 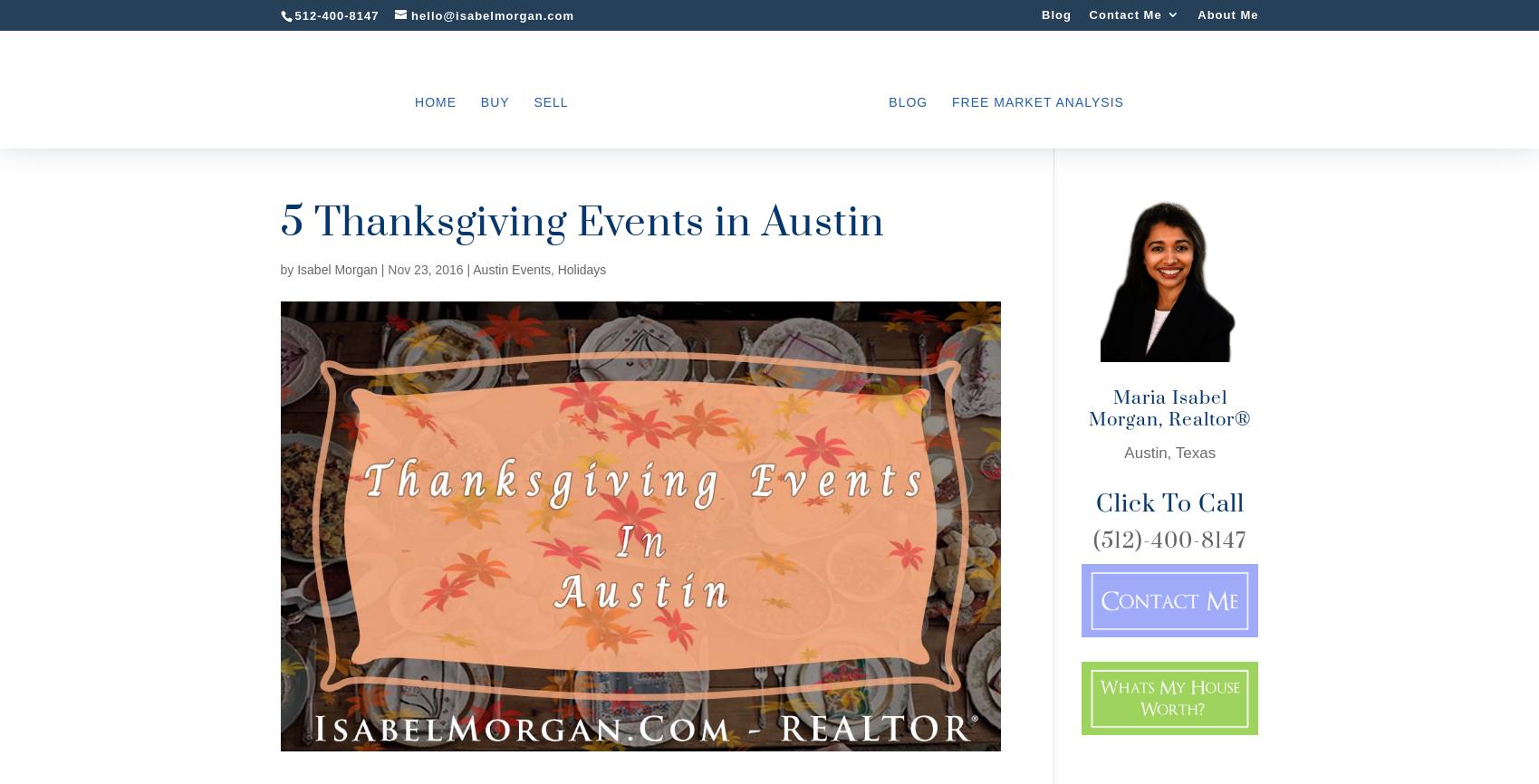 What do you see at coordinates (582, 268) in the screenshot?
I see `'Holidays'` at bounding box center [582, 268].